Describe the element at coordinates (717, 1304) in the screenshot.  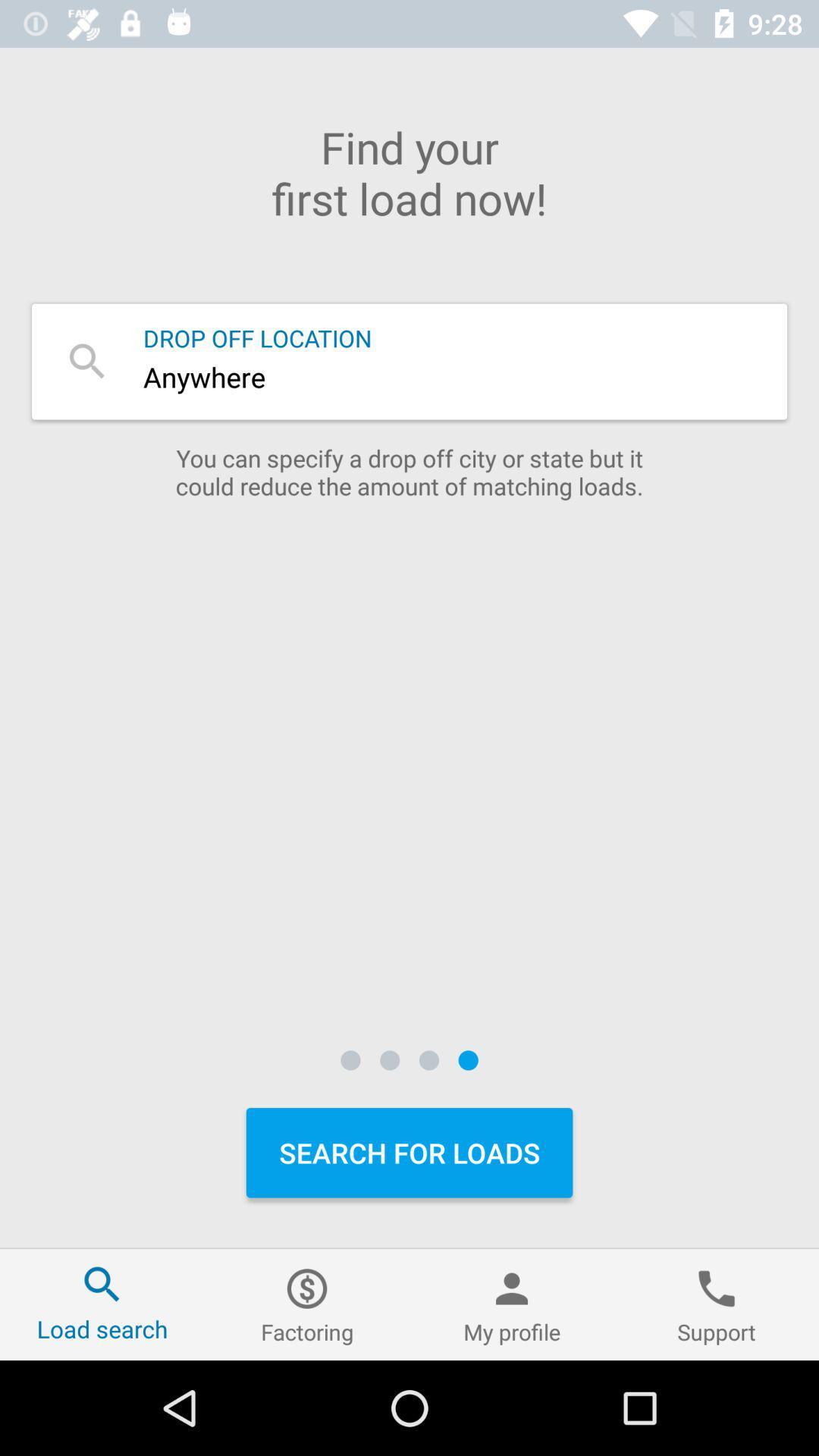
I see `the last button at bottom right corner of the page` at that location.